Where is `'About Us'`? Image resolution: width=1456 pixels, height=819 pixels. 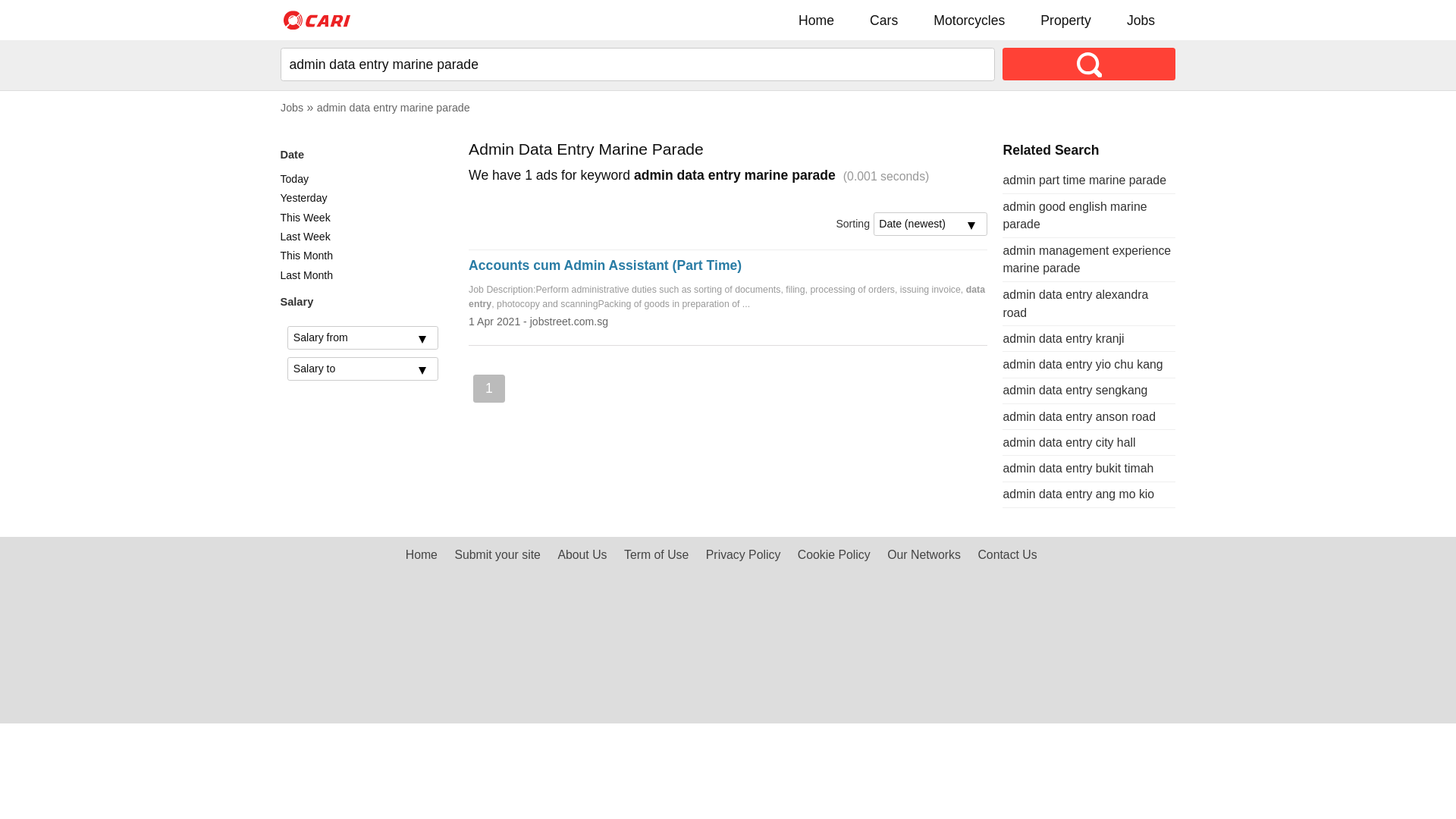 'About Us' is located at coordinates (581, 554).